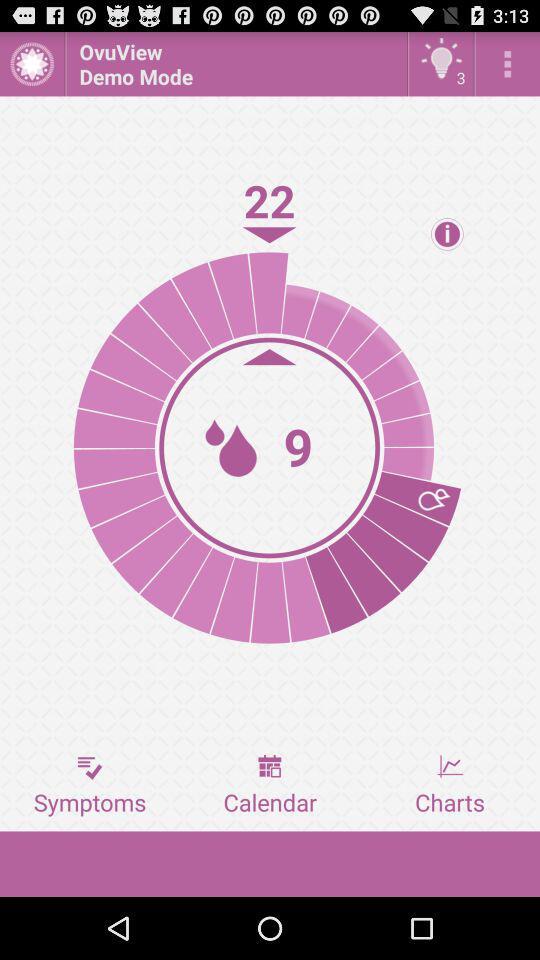  Describe the element at coordinates (507, 68) in the screenshot. I see `the more icon` at that location.